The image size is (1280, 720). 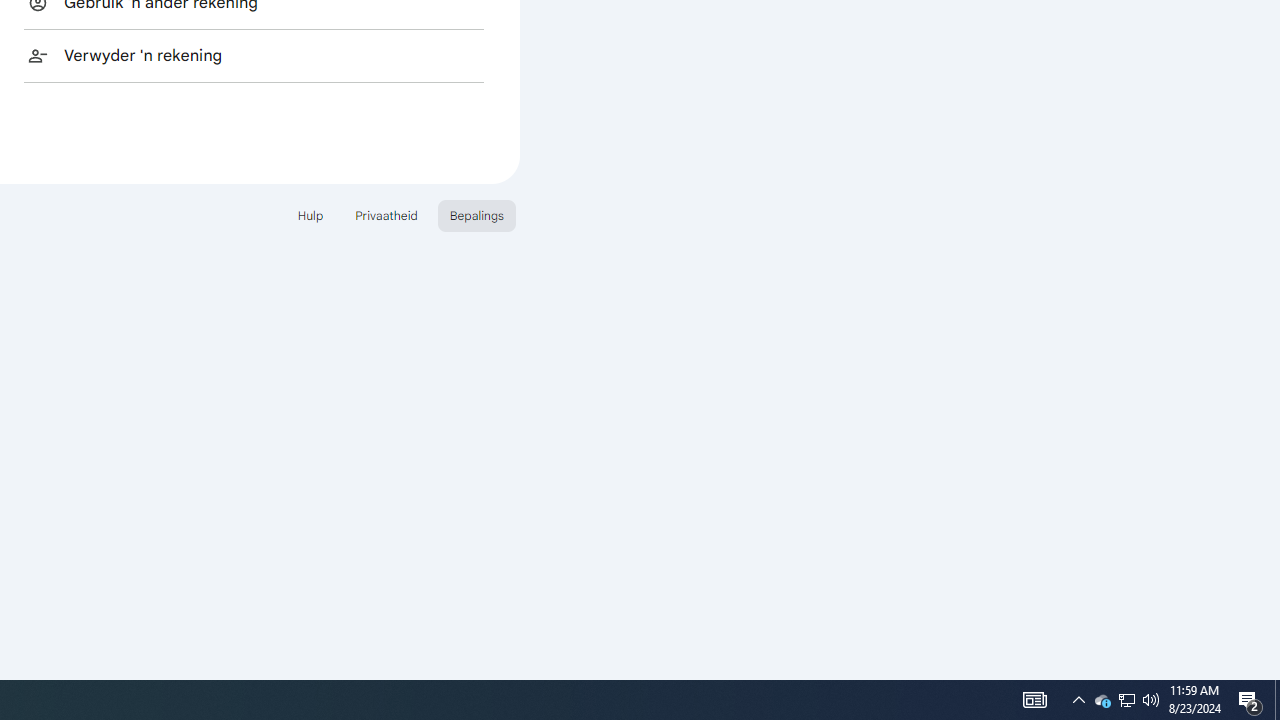 I want to click on 'Bepalings', so click(x=475, y=215).